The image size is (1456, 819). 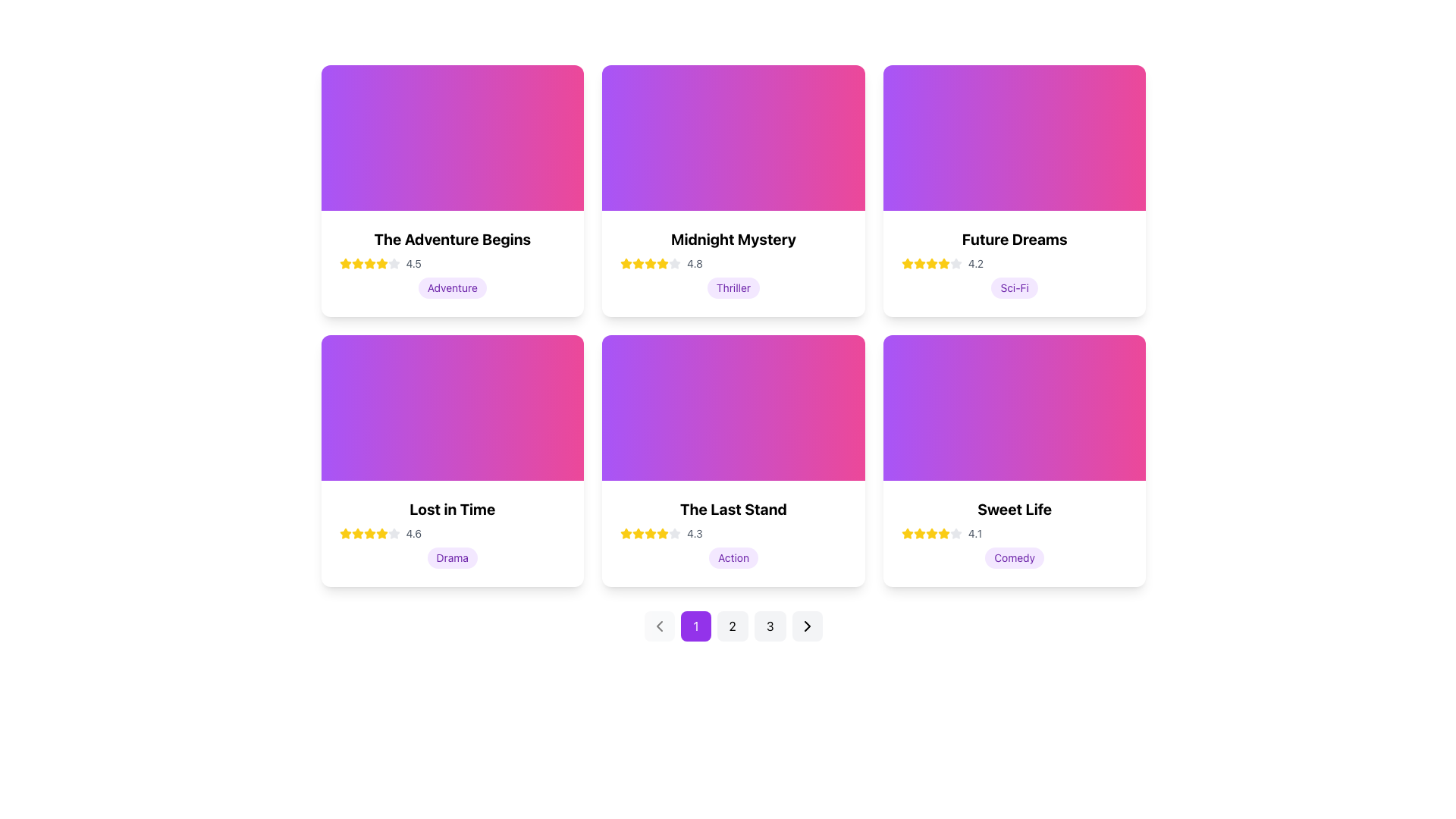 What do you see at coordinates (413, 262) in the screenshot?
I see `the Text label that displays the numeric rating, located to the right of the fifth star in the rating system within the top-left card of the user interface` at bounding box center [413, 262].